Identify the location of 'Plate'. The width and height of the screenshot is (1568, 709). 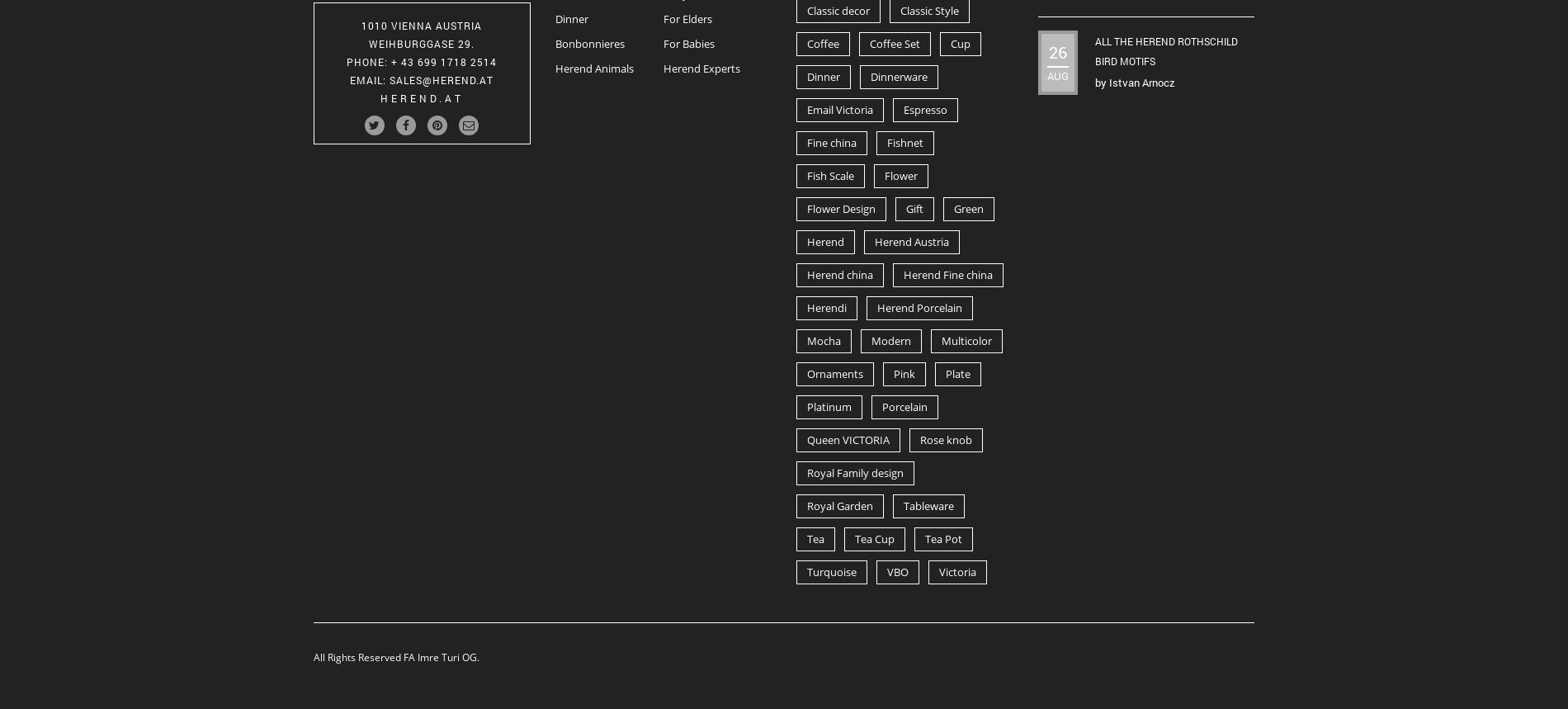
(958, 373).